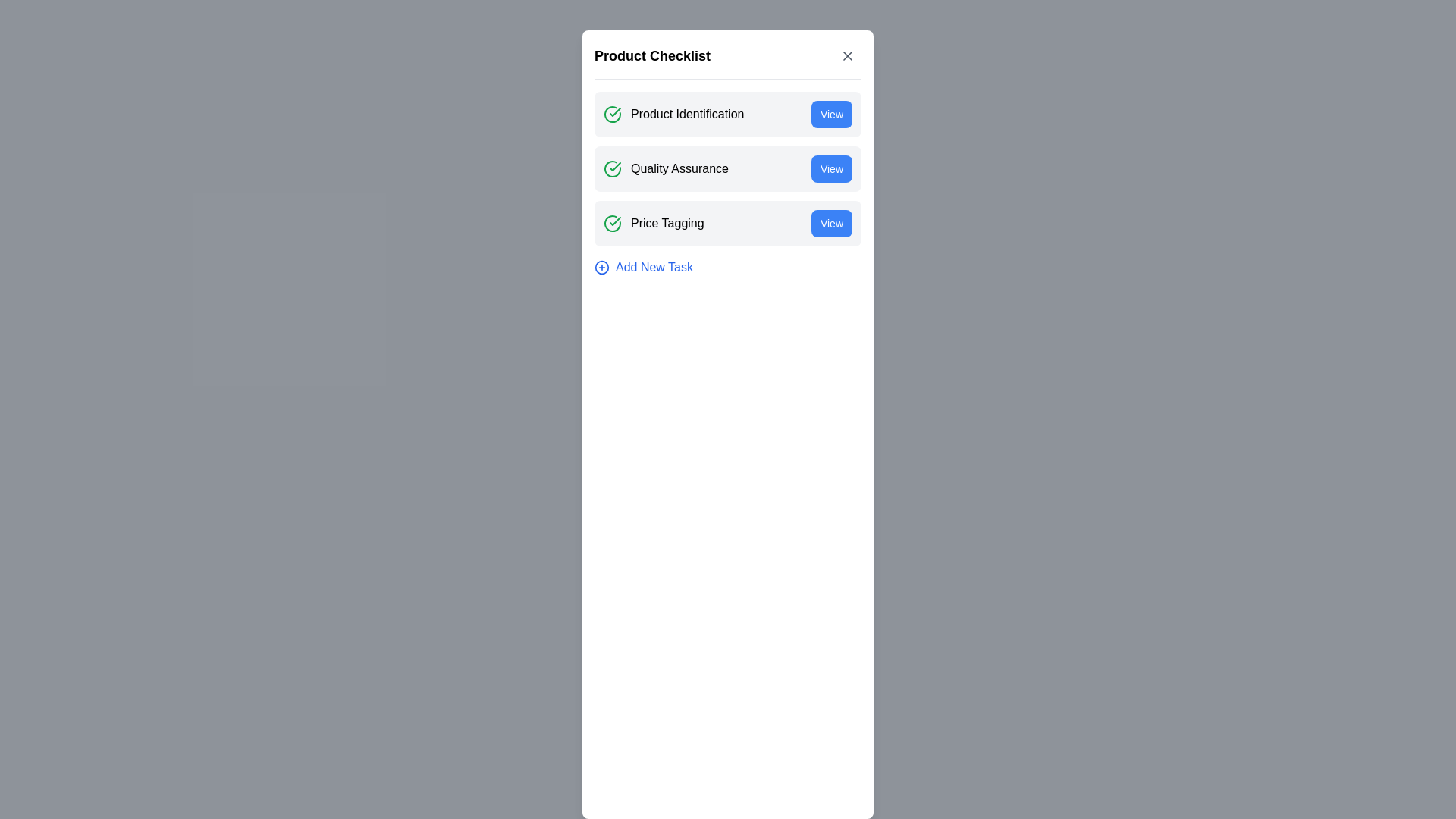 The height and width of the screenshot is (819, 1456). I want to click on the task addition icon located to the left of the 'Add New Task' text in the lower portion of the checklist interface, so click(601, 267).